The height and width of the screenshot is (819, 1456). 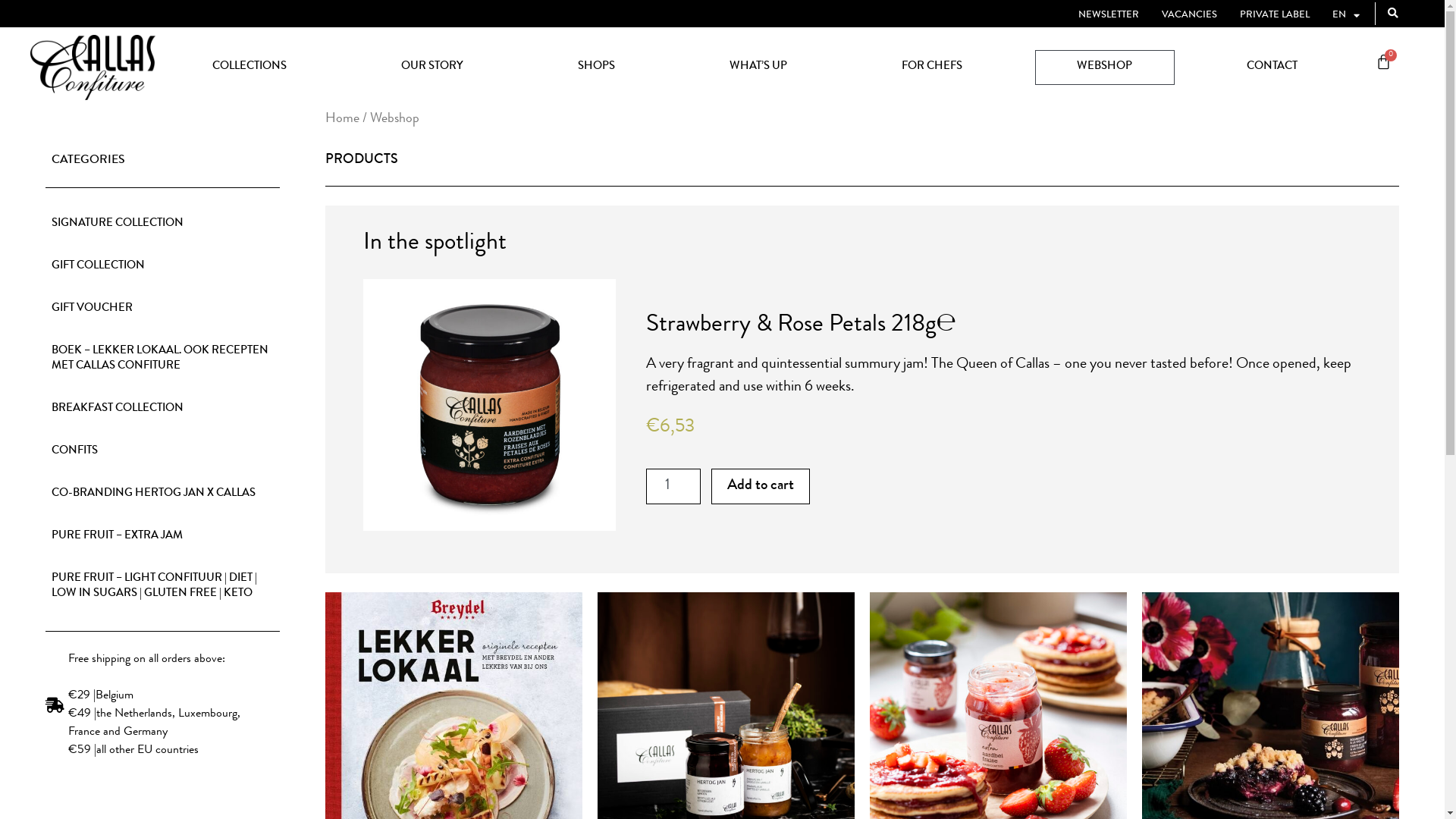 I want to click on 'FOR CHEFS', so click(x=931, y=66).